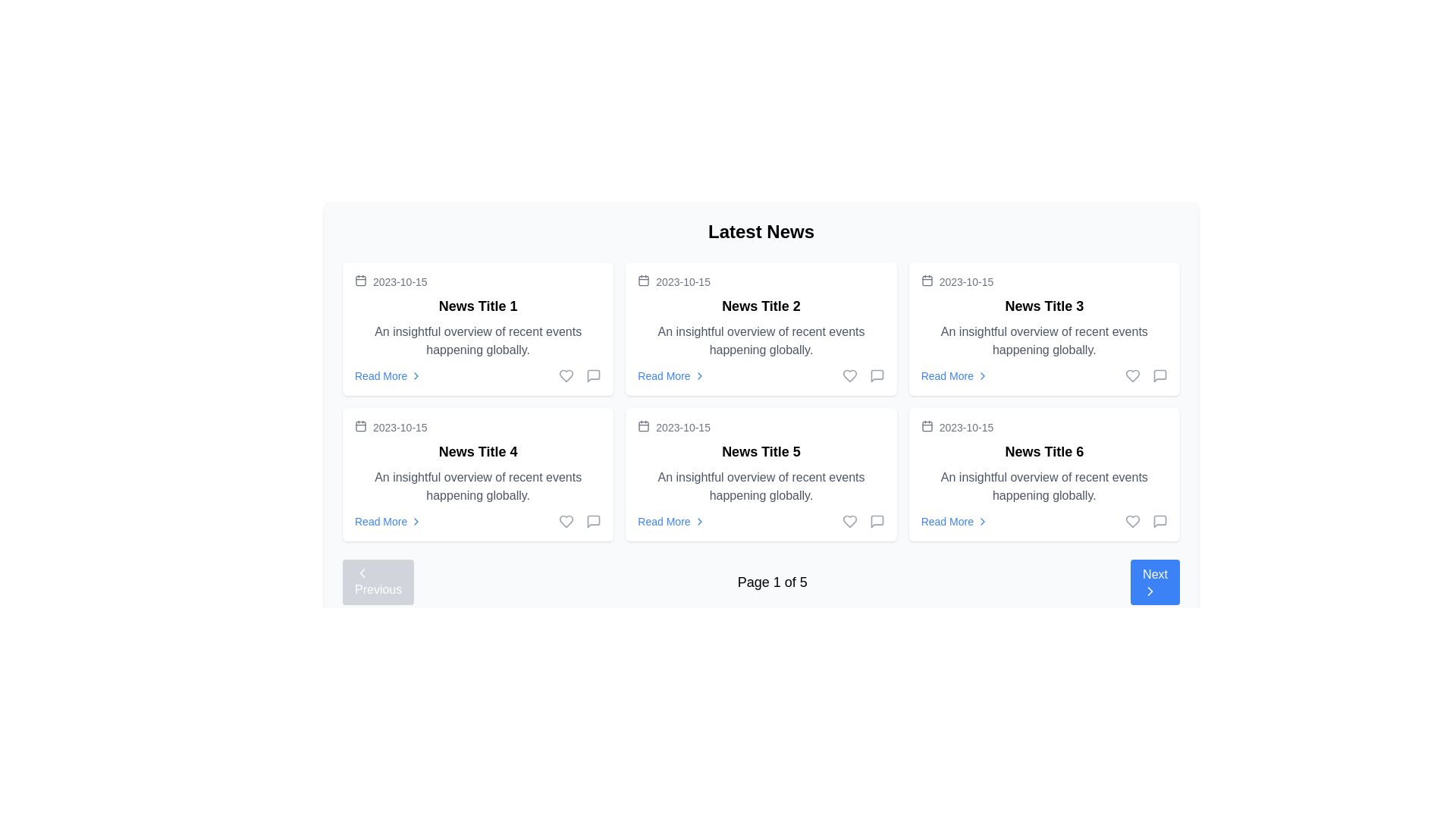 The width and height of the screenshot is (1456, 819). What do you see at coordinates (388, 375) in the screenshot?
I see `the blue-colored, underlined text link labeled 'Read More' with a chevron-right icon next to it, located at the bottom of the 'News Title 1' box` at bounding box center [388, 375].